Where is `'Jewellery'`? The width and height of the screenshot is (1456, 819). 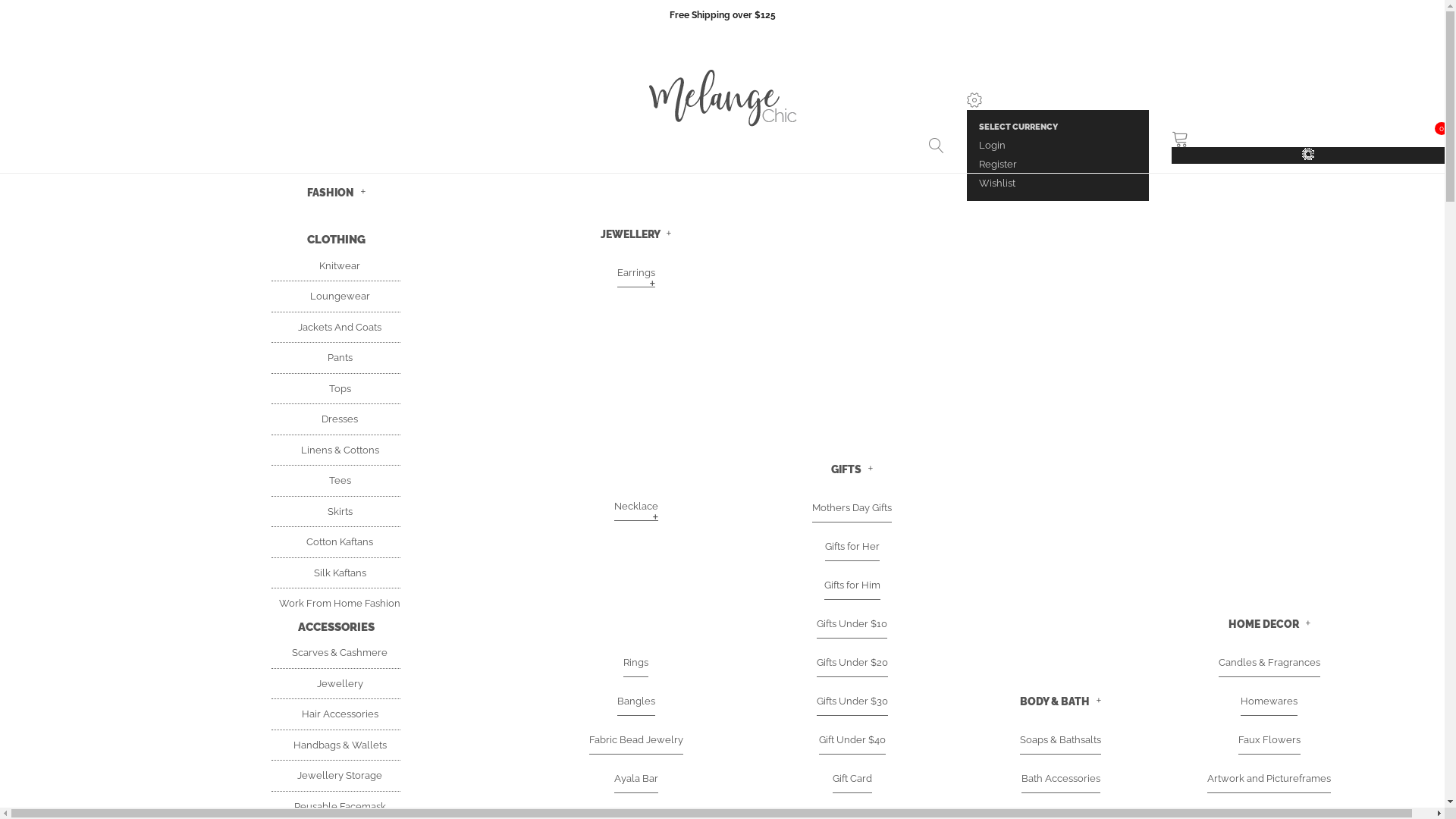 'Jewellery' is located at coordinates (309, 683).